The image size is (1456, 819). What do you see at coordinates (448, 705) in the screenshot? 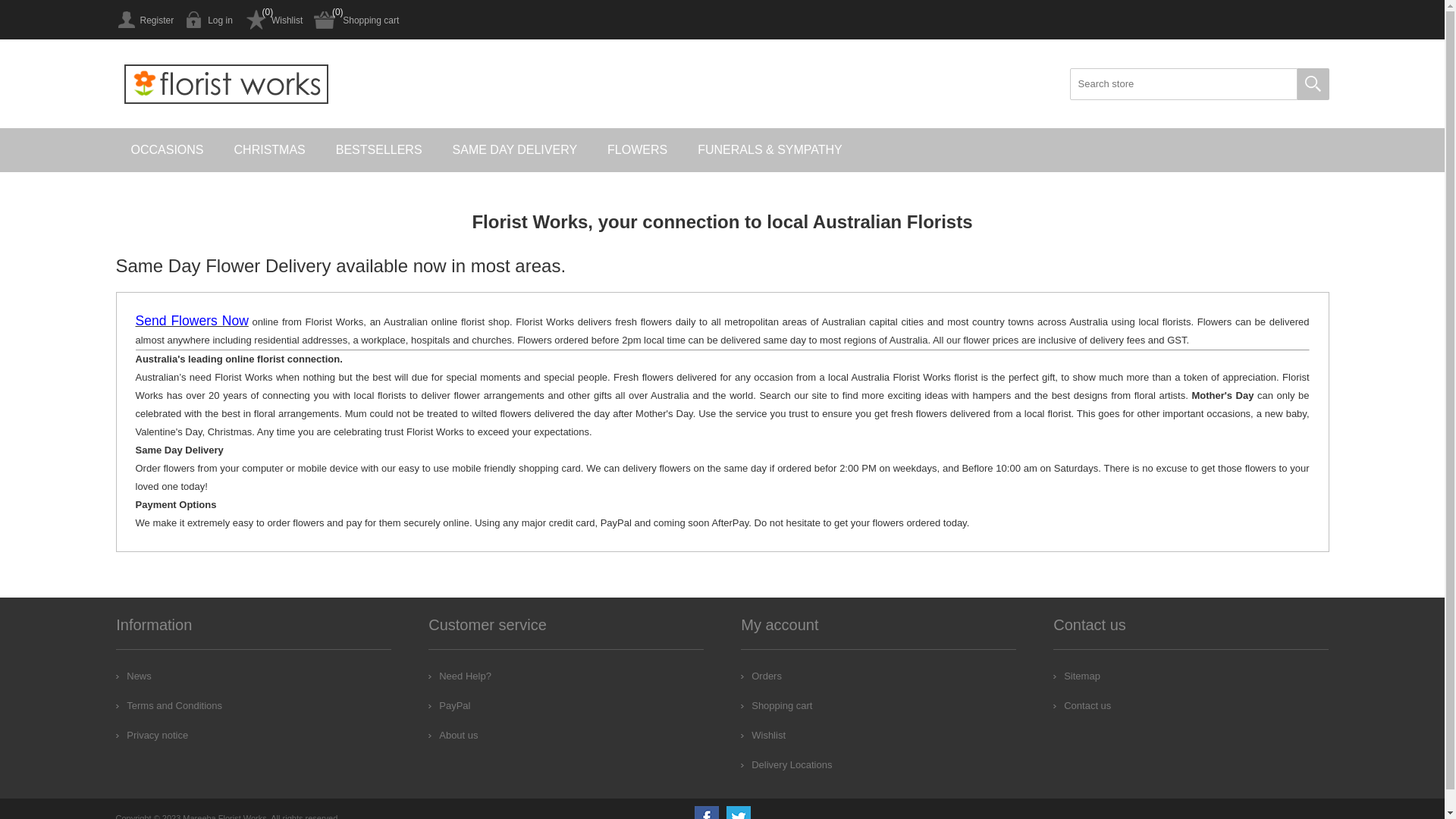
I see `'PayPal'` at bounding box center [448, 705].